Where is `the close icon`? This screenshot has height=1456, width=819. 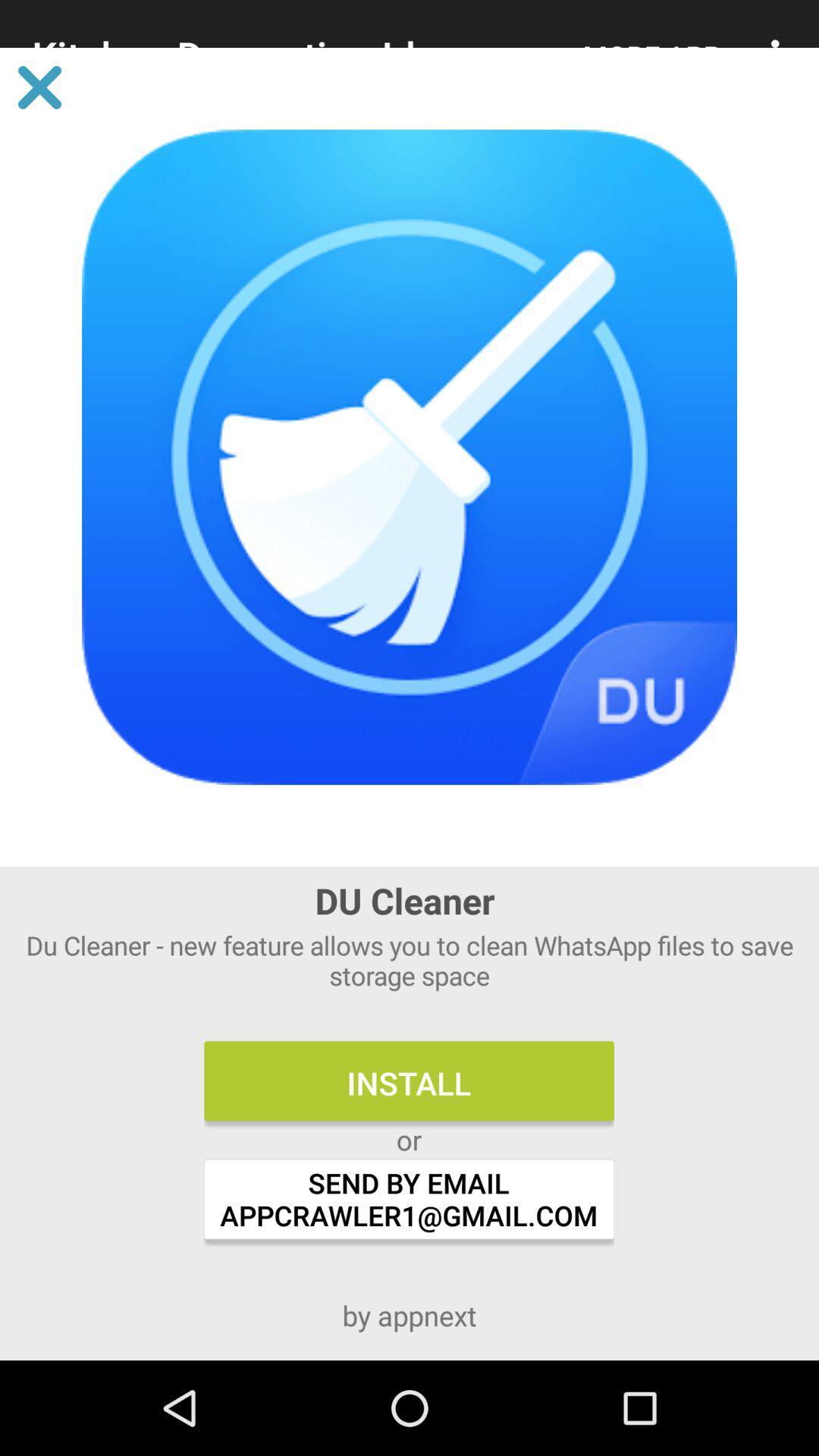
the close icon is located at coordinates (39, 86).